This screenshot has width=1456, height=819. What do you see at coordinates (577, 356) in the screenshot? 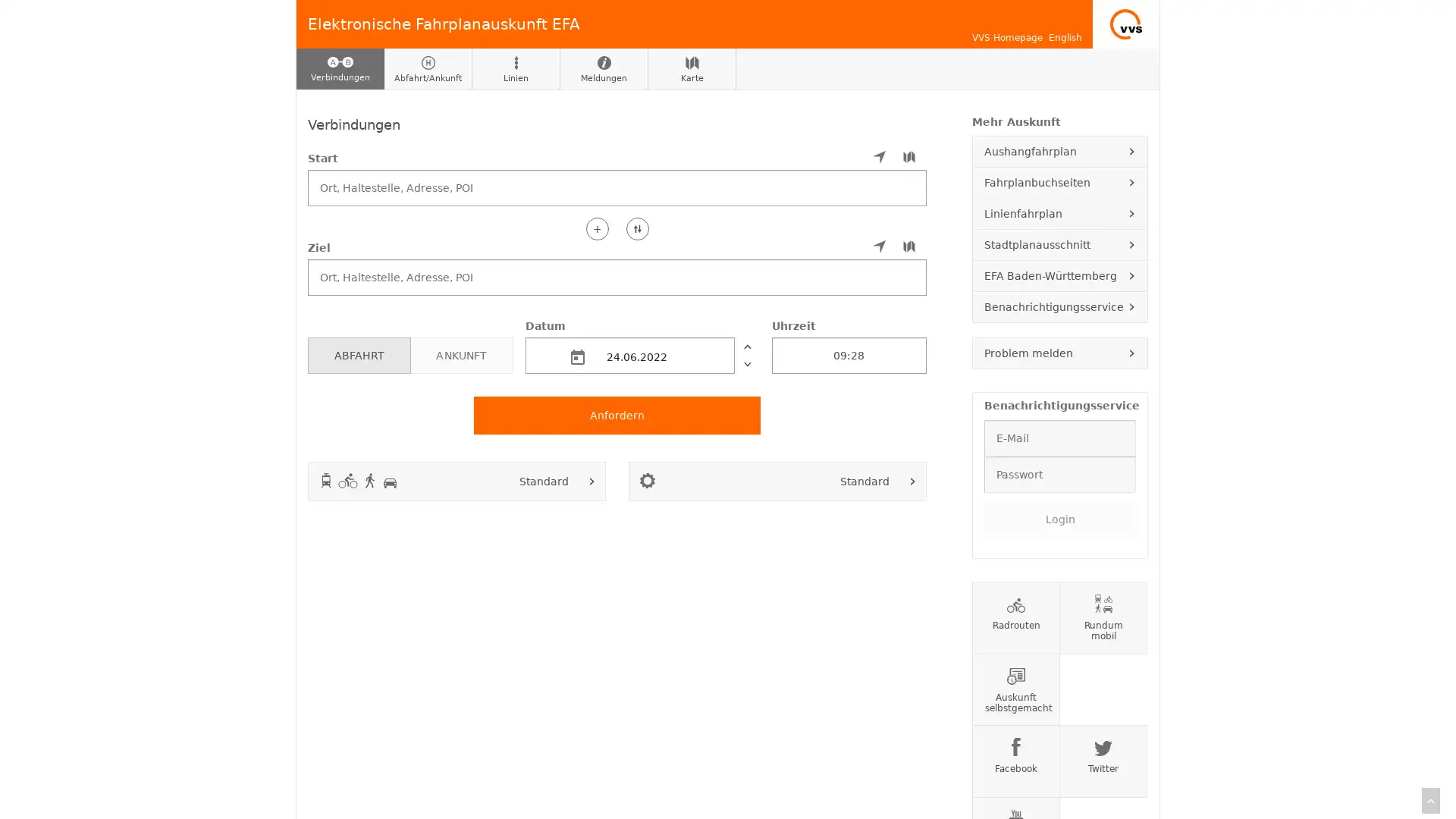
I see `md-calendar` at bounding box center [577, 356].